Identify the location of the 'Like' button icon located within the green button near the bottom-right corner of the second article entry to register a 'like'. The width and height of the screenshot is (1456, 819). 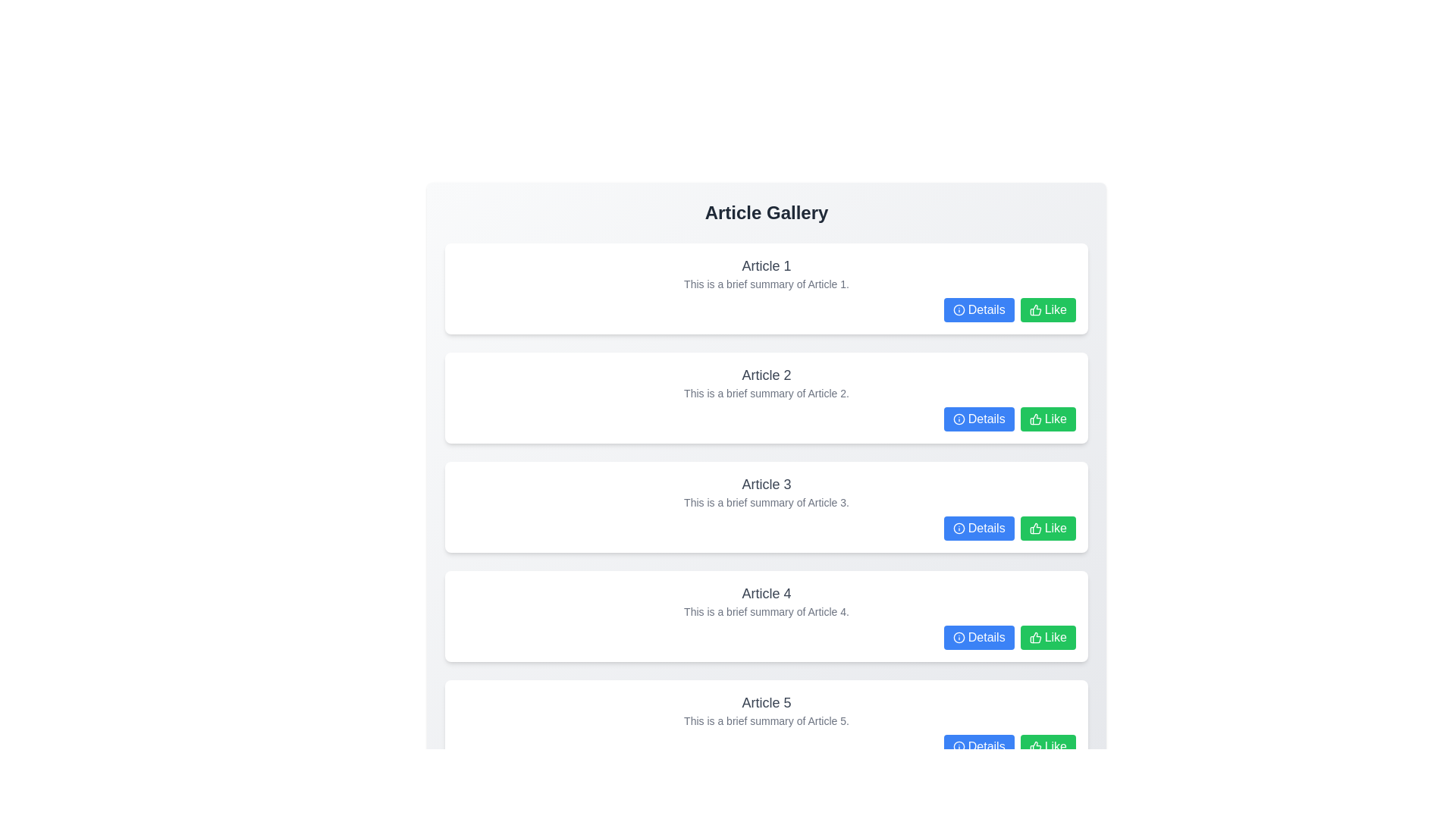
(1034, 419).